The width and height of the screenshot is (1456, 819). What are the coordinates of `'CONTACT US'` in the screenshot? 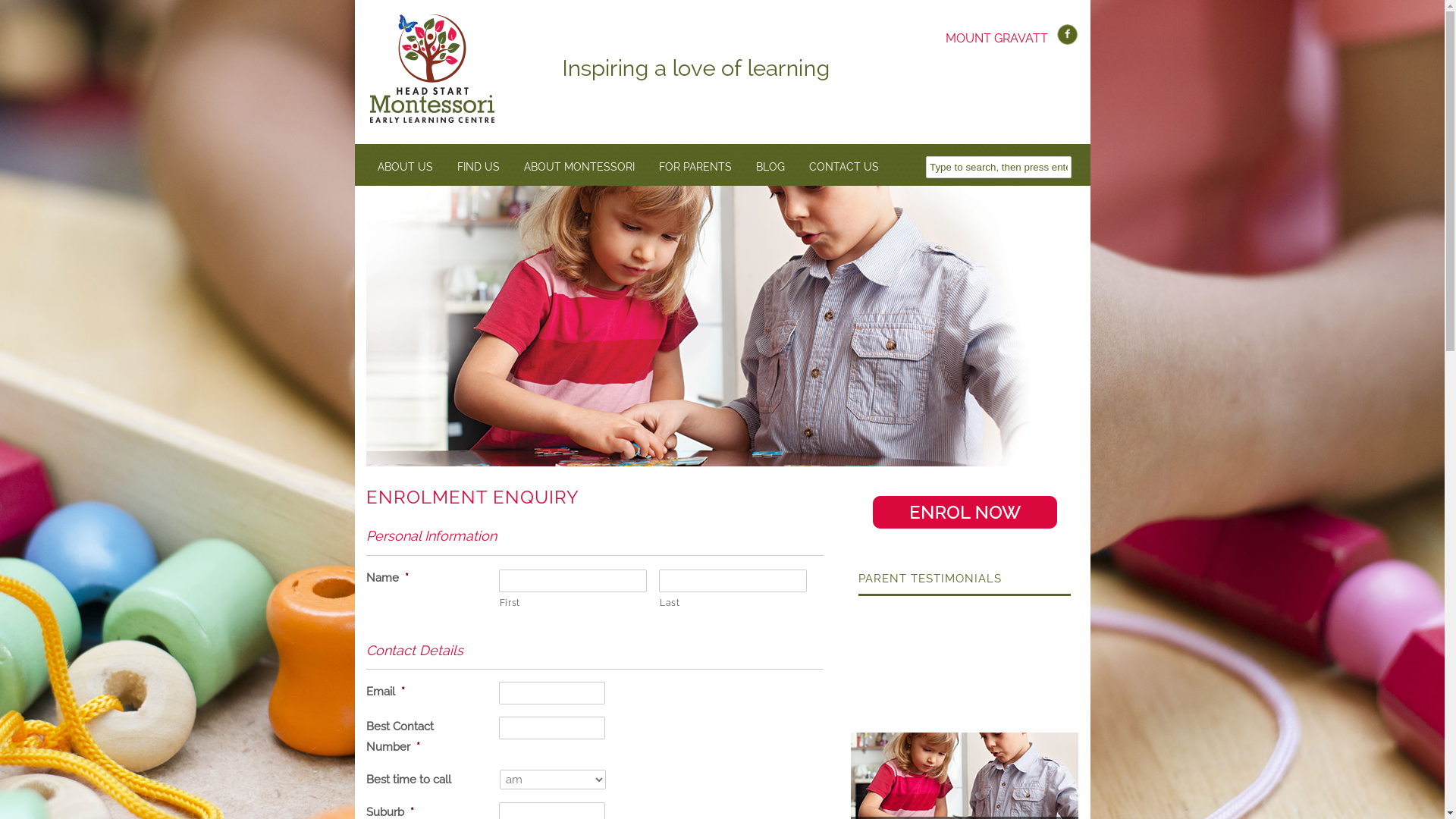 It's located at (843, 166).